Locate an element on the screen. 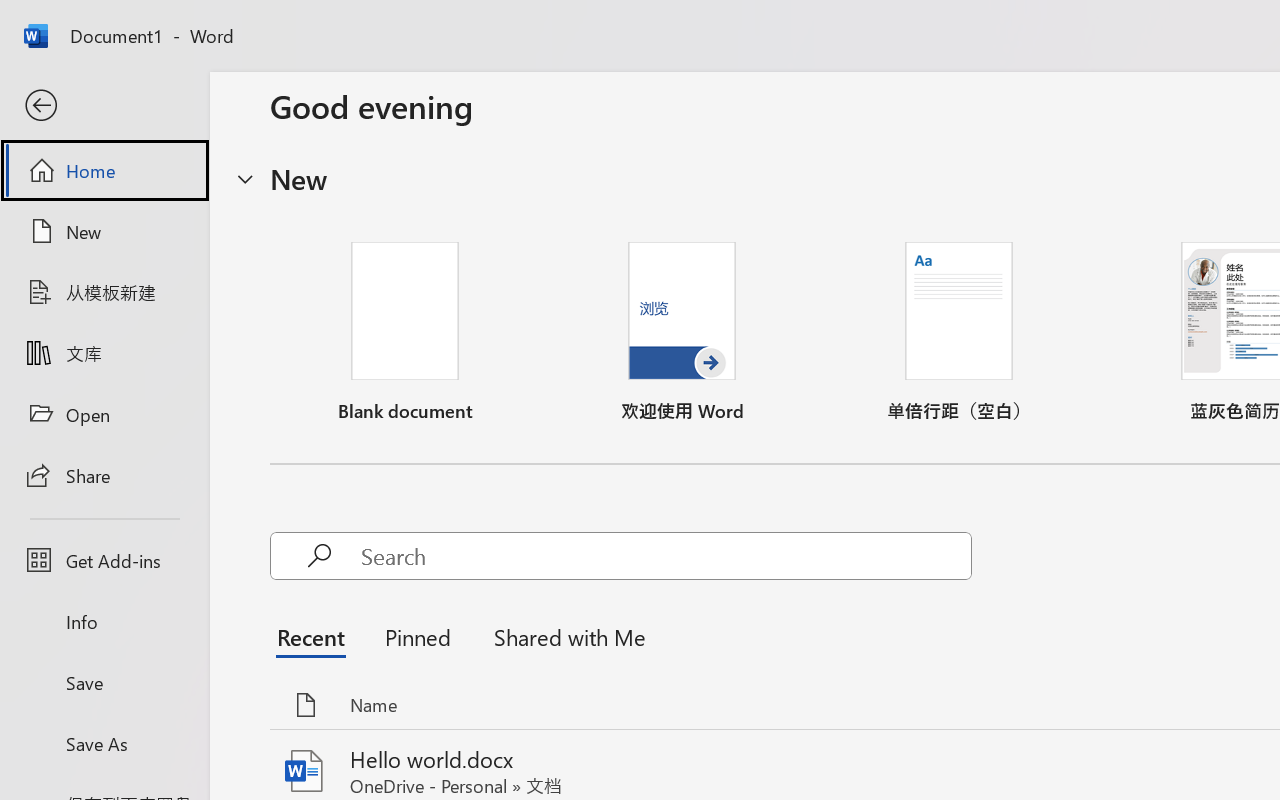 This screenshot has width=1280, height=800. 'Search' is located at coordinates (666, 556).